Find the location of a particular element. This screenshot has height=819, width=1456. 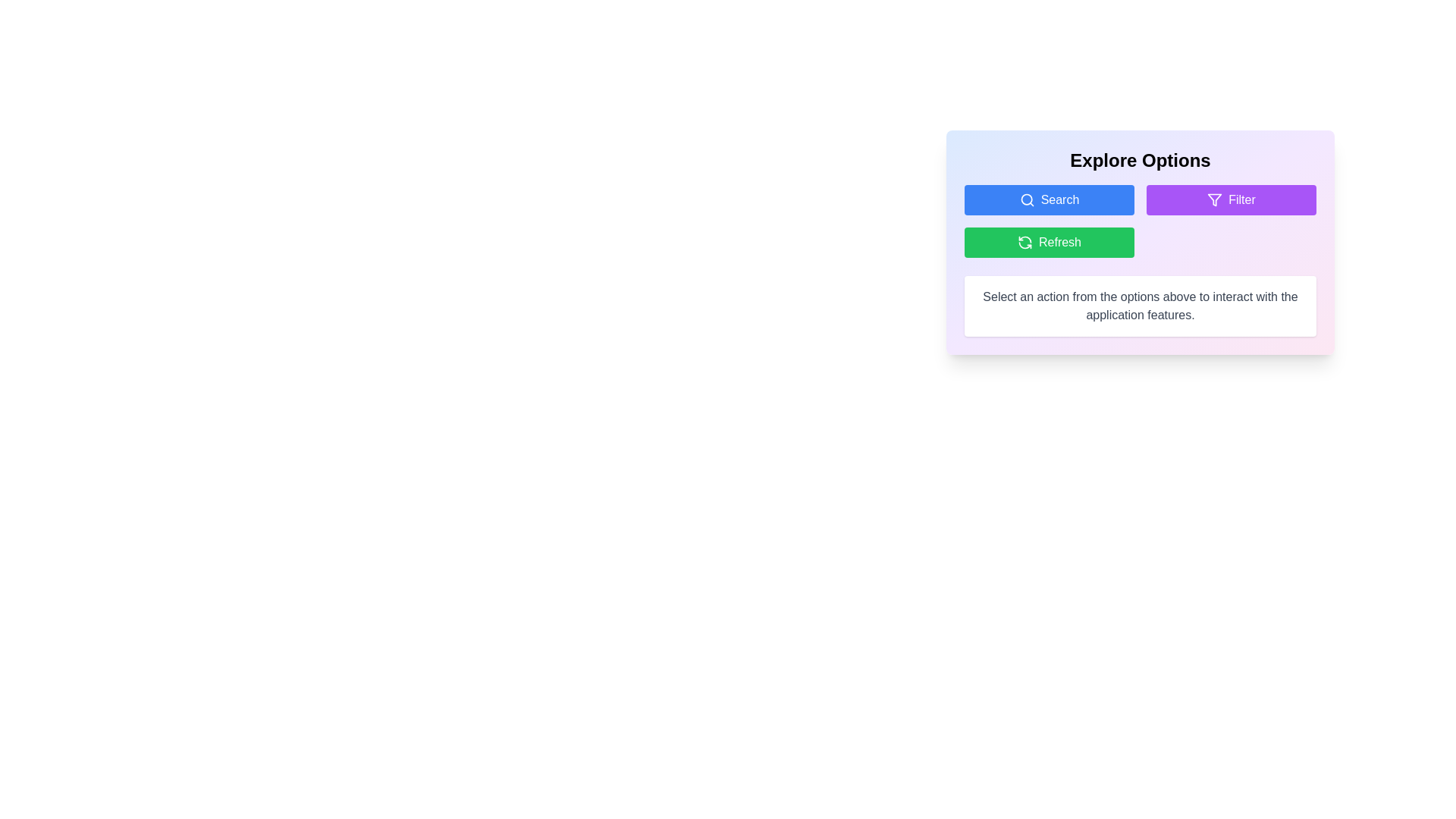

the prominent header text 'Explore Options' which is styled in bold and large font, located at the top of a gradient background card is located at coordinates (1140, 161).